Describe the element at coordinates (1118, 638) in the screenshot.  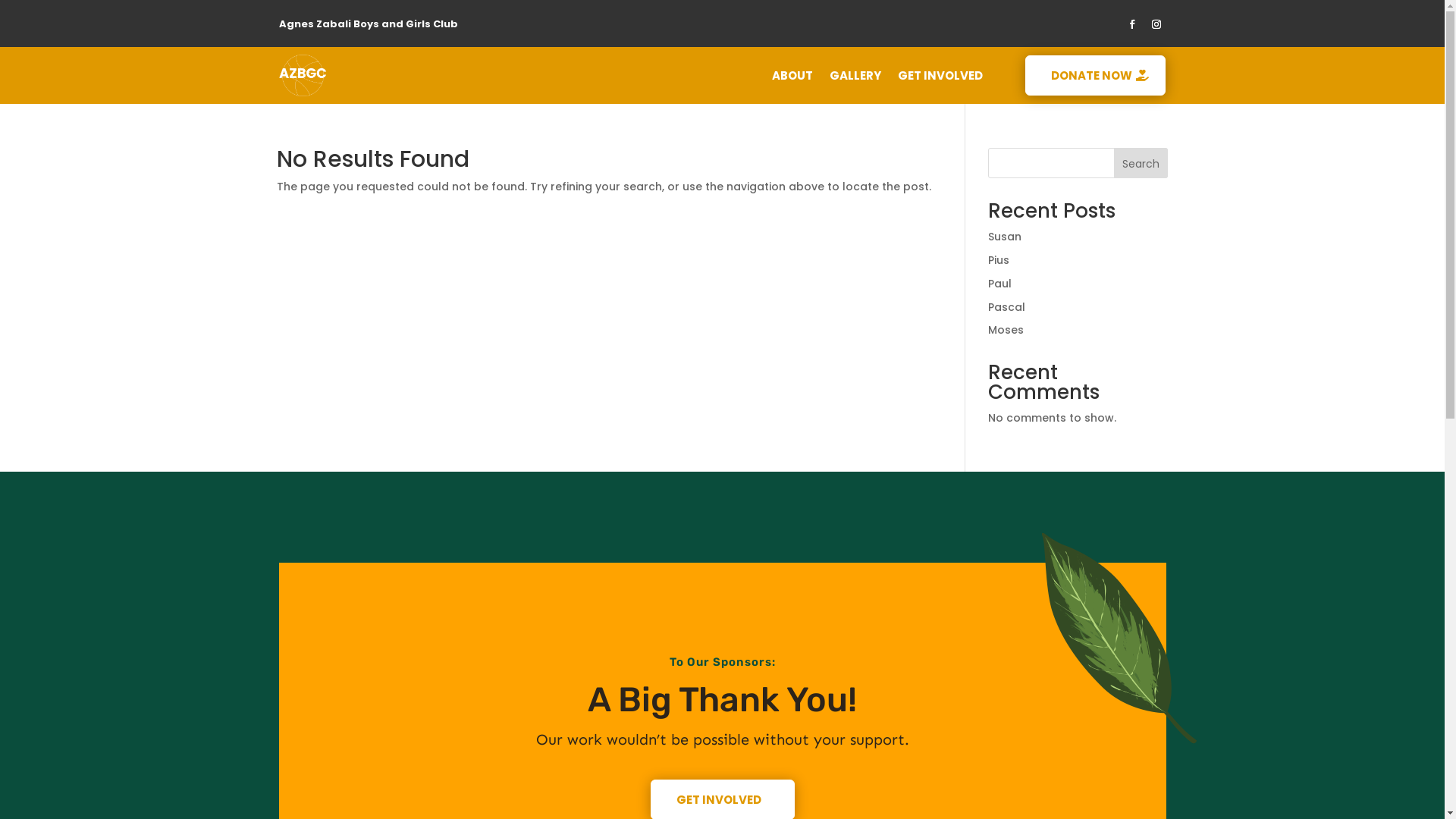
I see `'AZBGC Leaf'` at that location.